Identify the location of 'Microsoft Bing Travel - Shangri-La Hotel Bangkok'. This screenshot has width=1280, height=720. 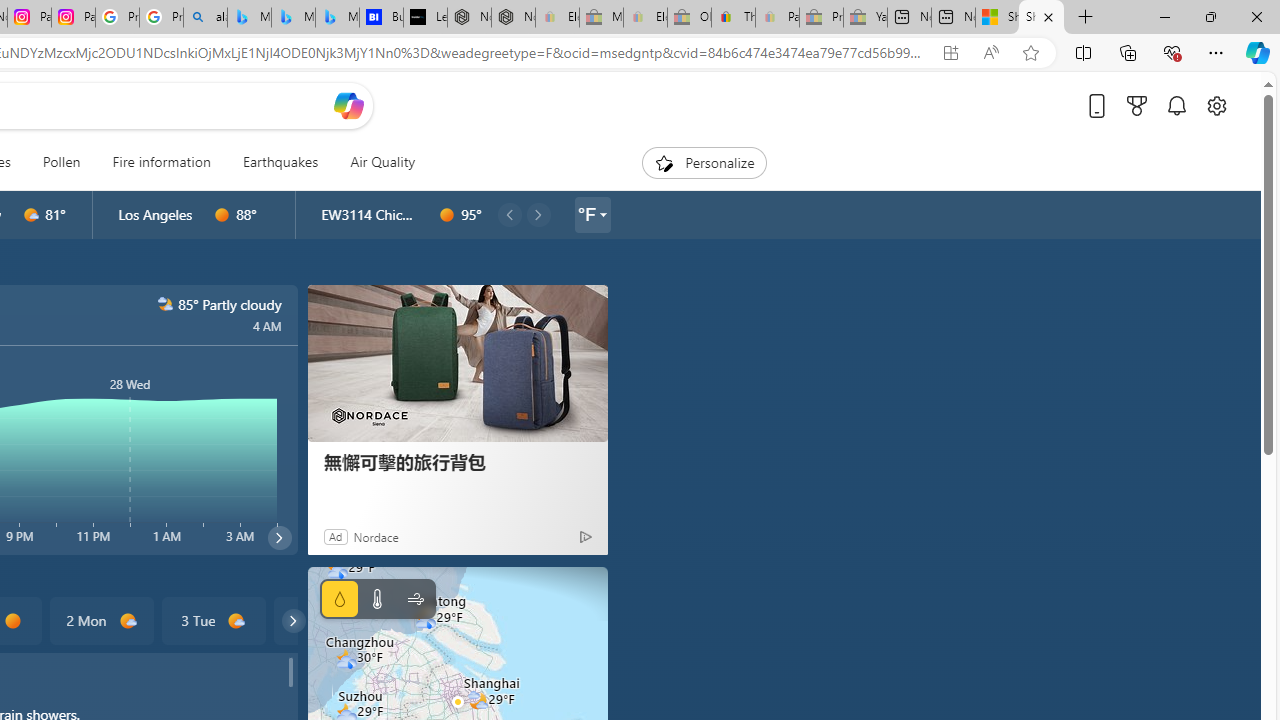
(337, 17).